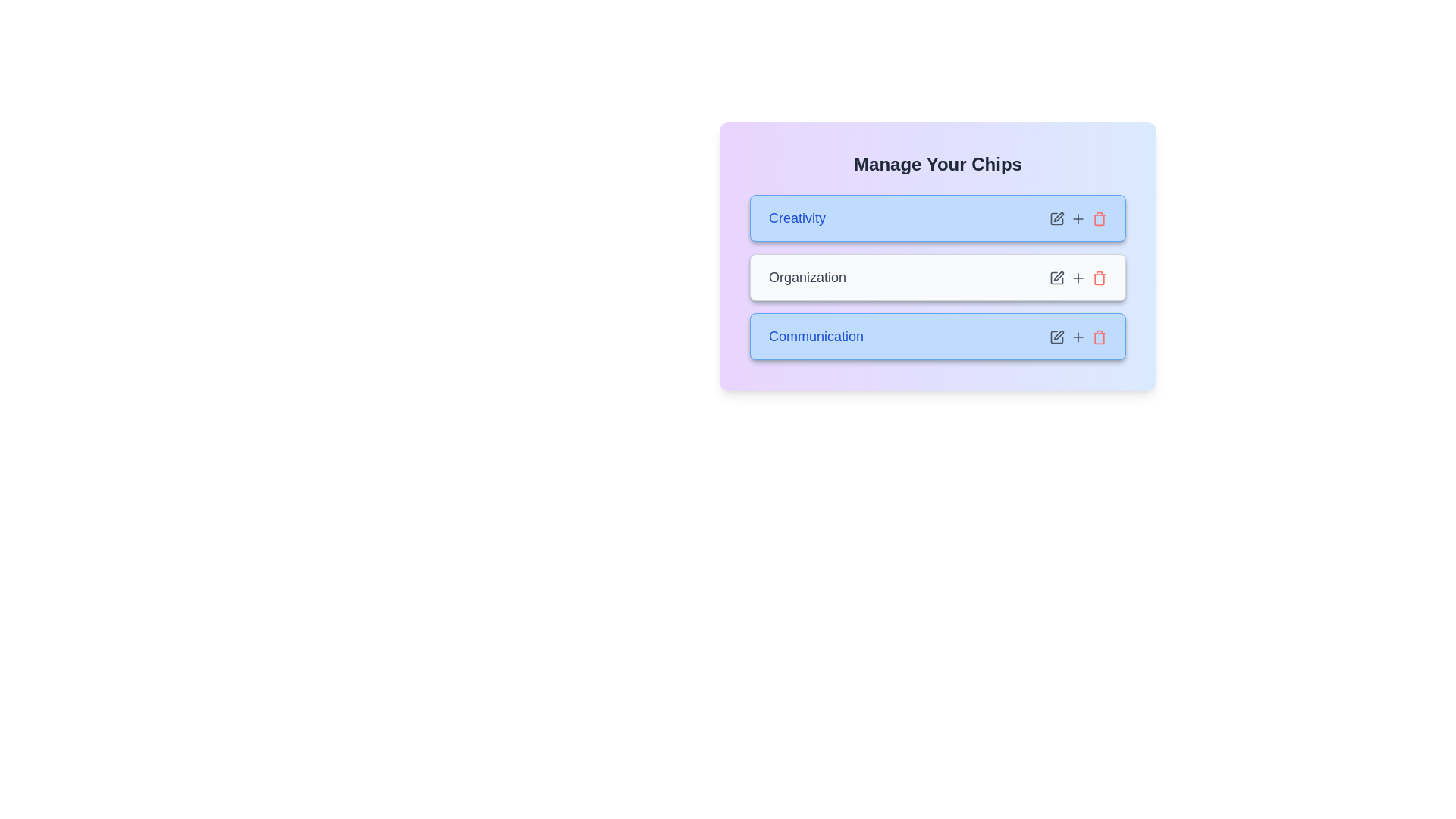 This screenshot has height=819, width=1456. I want to click on add icon for the chip labeled 'Organization', so click(1077, 278).